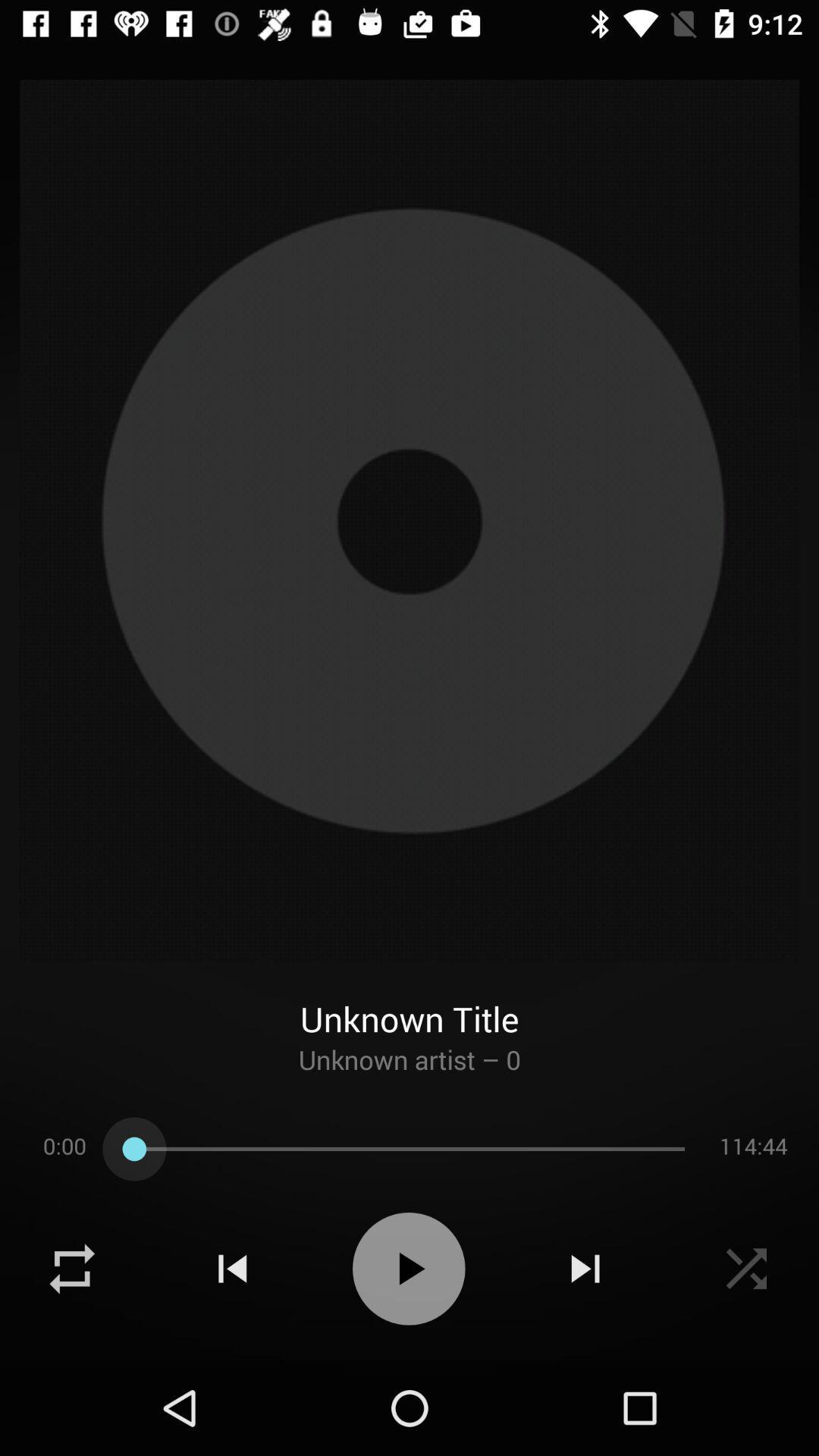  I want to click on click on the next button, so click(585, 1269).